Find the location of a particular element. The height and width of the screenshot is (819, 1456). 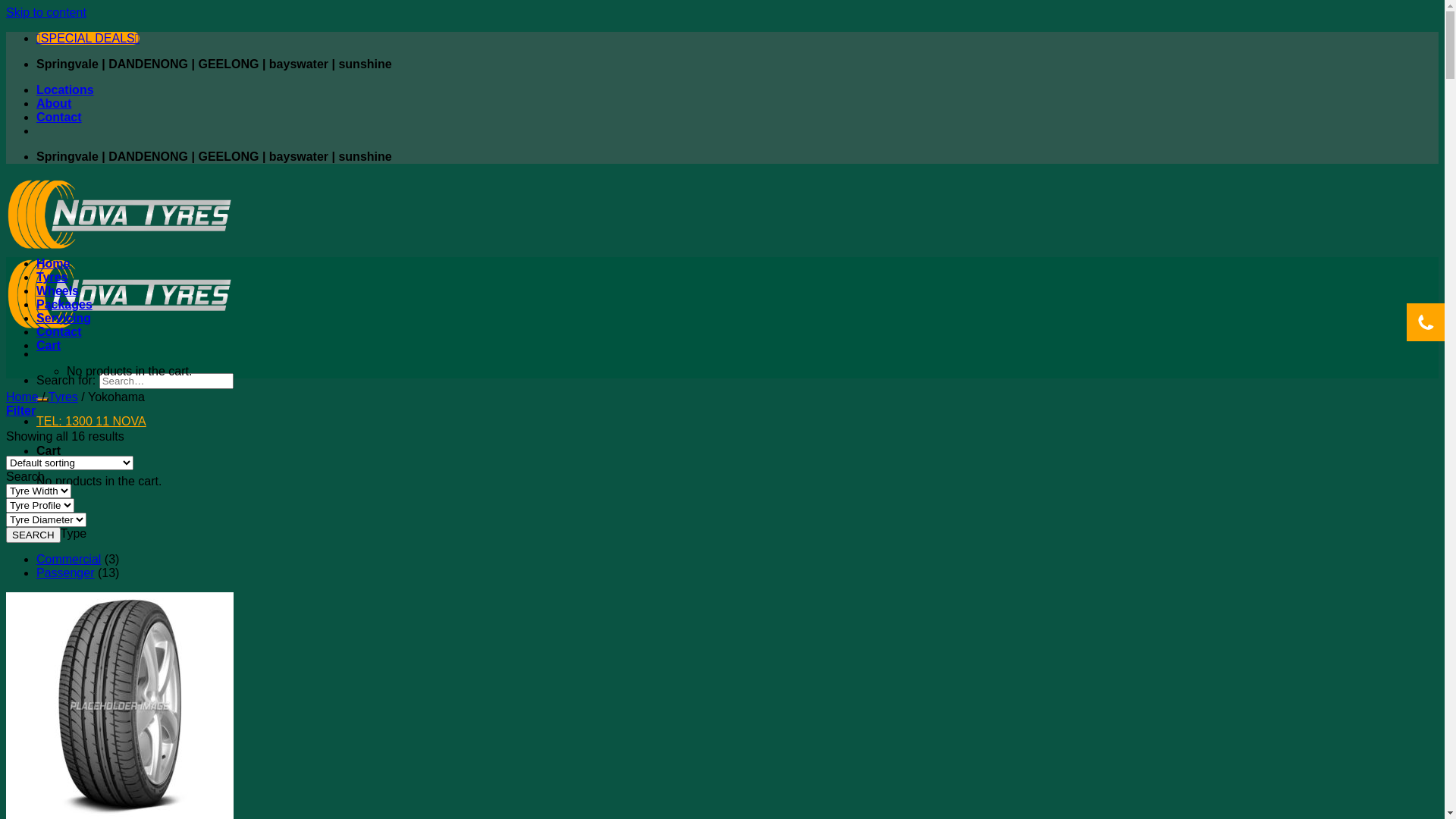

'Skip to content' is located at coordinates (46, 12).